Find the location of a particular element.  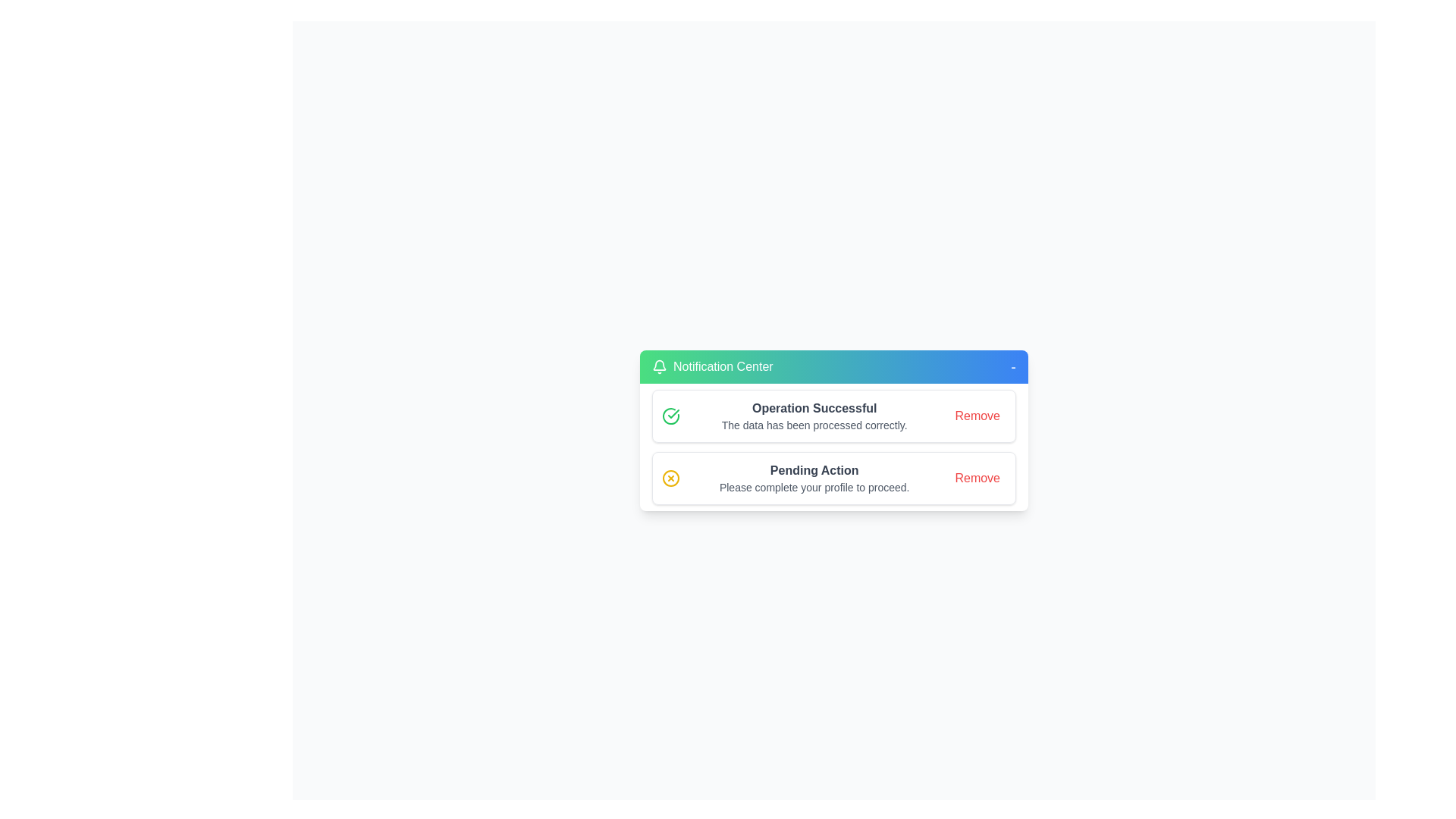

the warning icon in the second notification box, which is aligned to the left of the text 'Pending Action' is located at coordinates (670, 479).